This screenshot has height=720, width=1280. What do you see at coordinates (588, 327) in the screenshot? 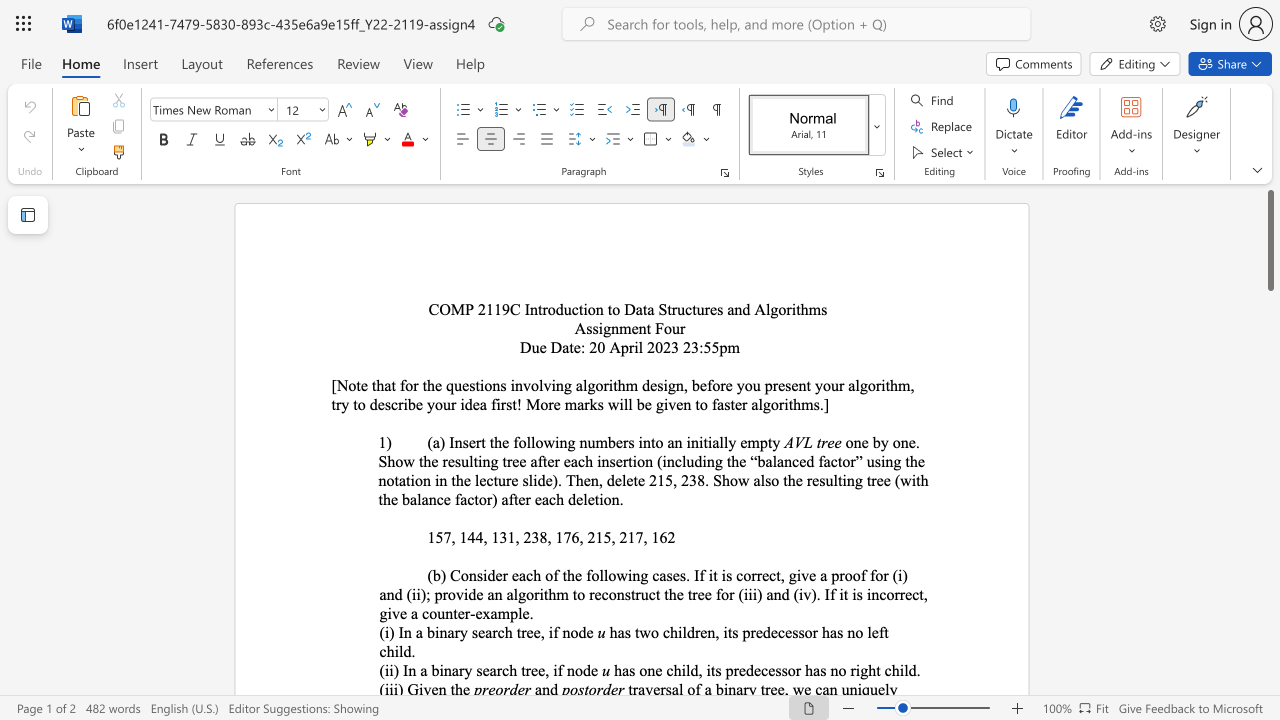
I see `the 1th character "s" in the text` at bounding box center [588, 327].